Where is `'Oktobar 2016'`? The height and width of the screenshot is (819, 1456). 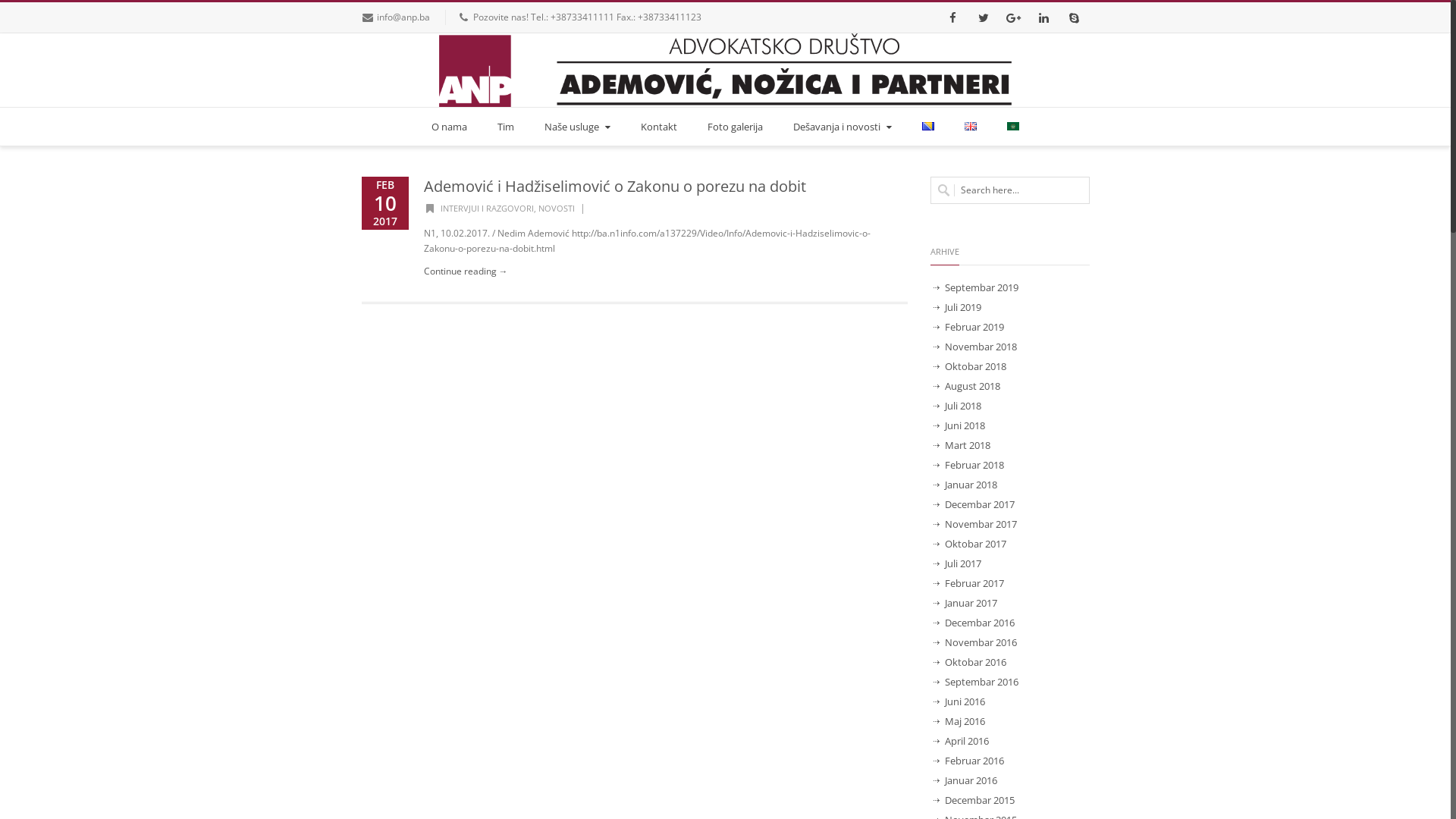 'Oktobar 2016' is located at coordinates (969, 661).